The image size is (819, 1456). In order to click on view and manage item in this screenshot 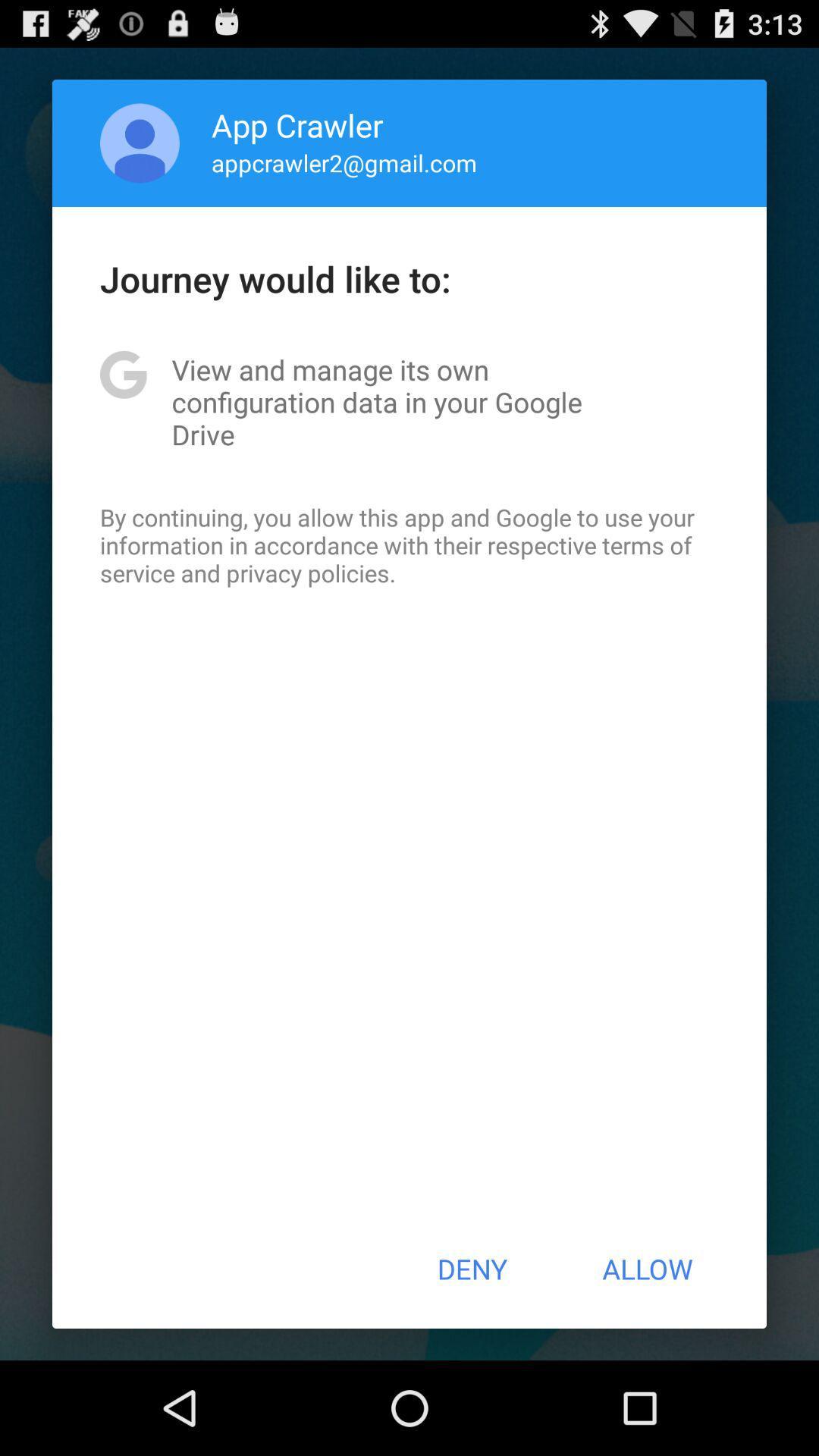, I will do `click(409, 402)`.